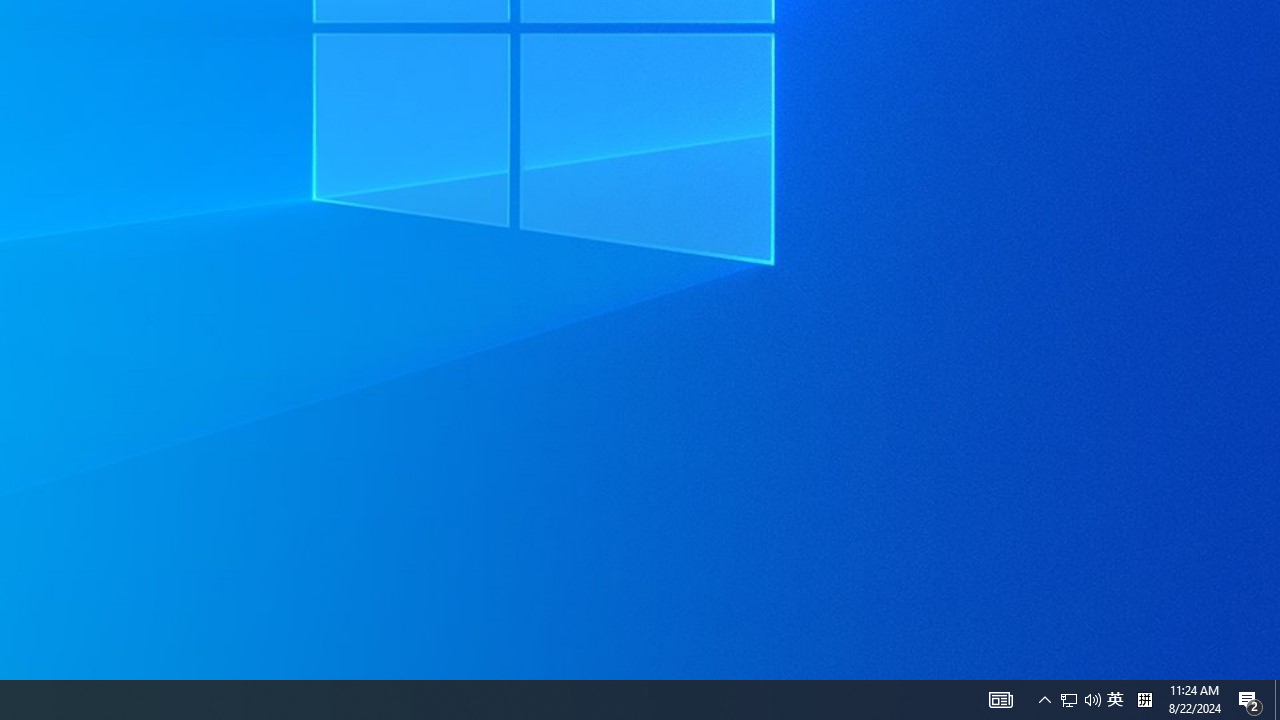 This screenshot has height=720, width=1280. What do you see at coordinates (1044, 698) in the screenshot?
I see `'Q2790: 100%'` at bounding box center [1044, 698].